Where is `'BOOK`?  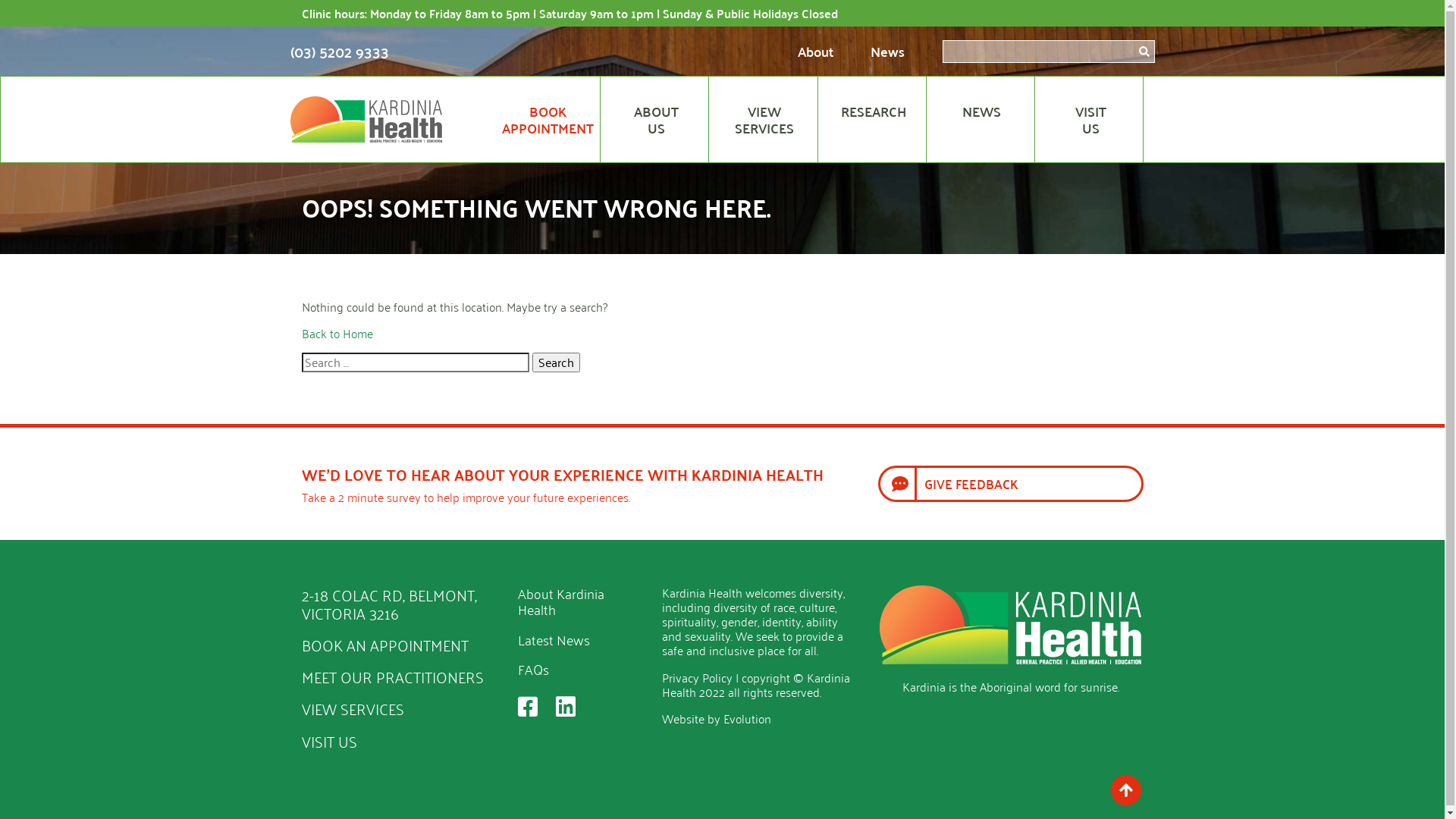 'BOOK is located at coordinates (546, 118).